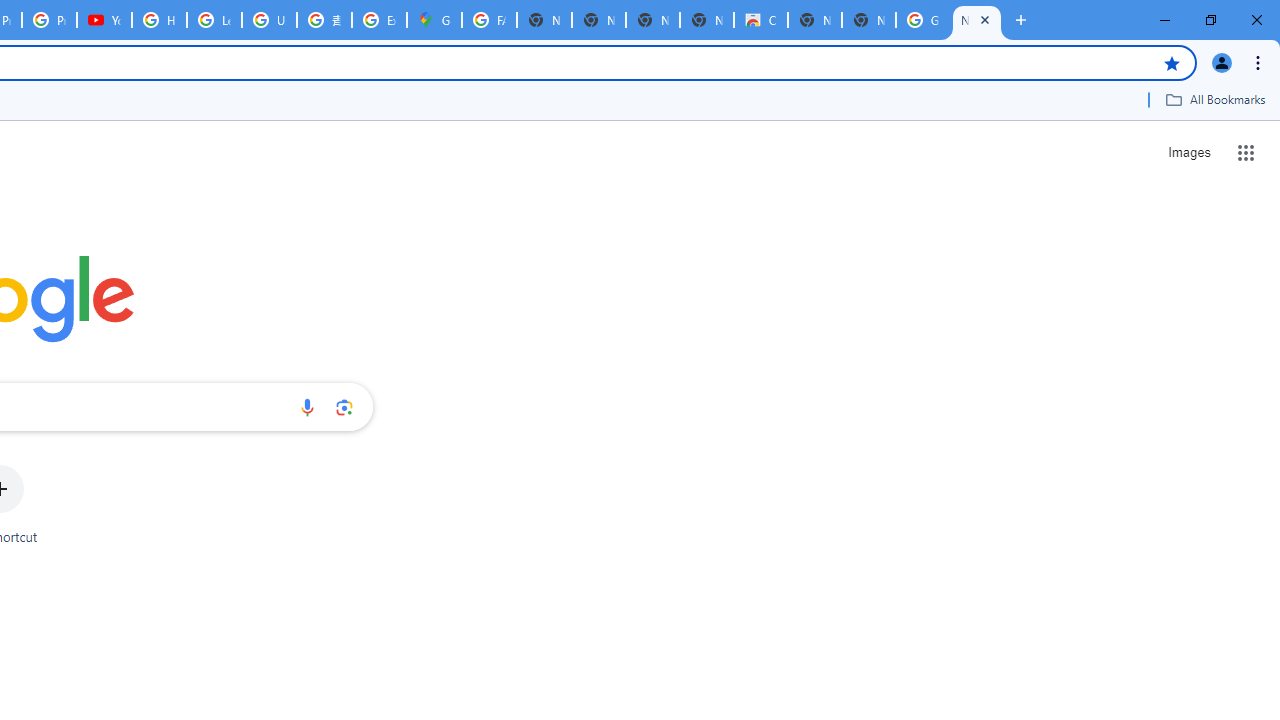 The height and width of the screenshot is (720, 1280). Describe the element at coordinates (921, 20) in the screenshot. I see `'Google Images'` at that location.